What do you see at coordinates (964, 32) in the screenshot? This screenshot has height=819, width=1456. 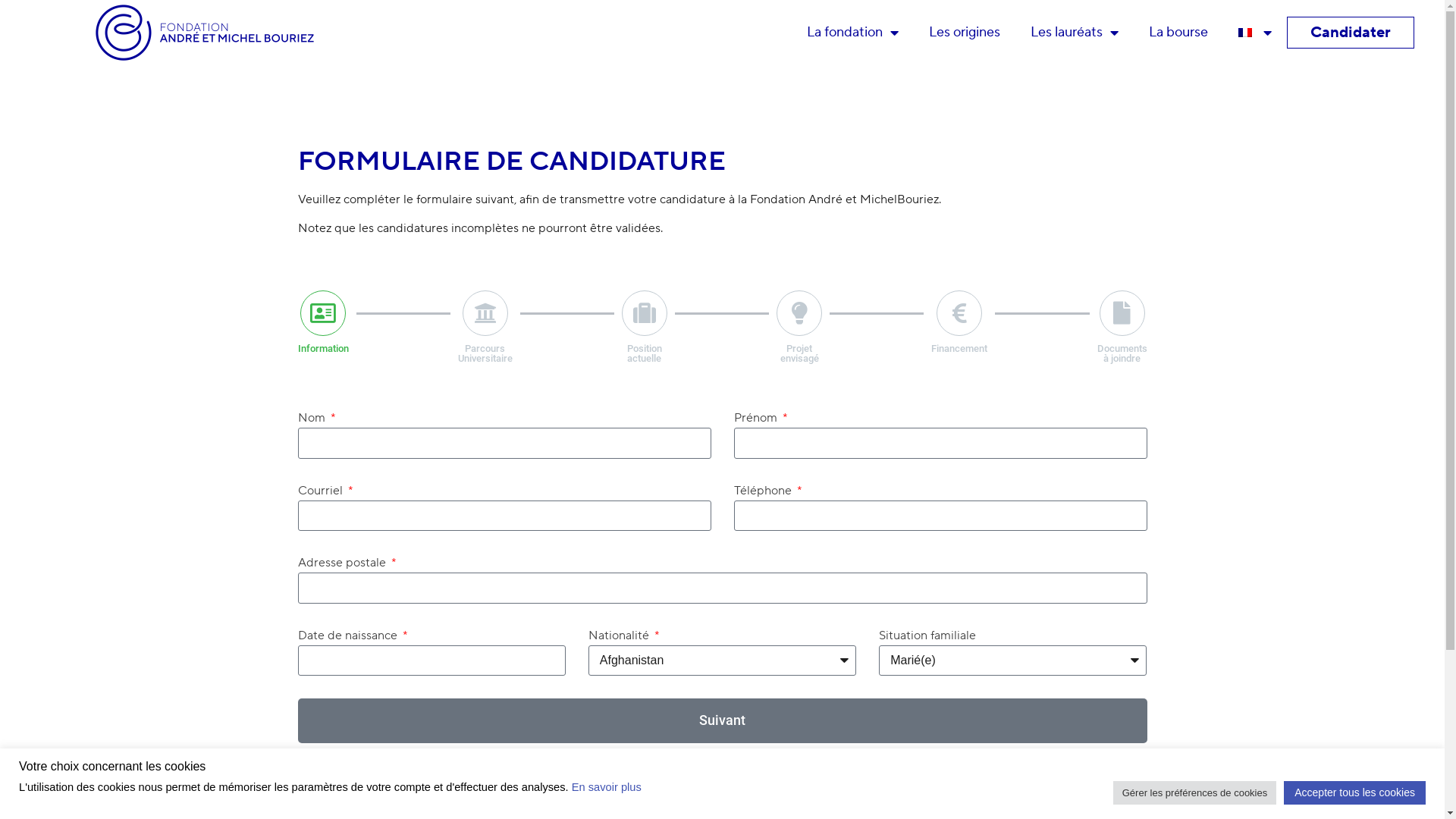 I see `'Les origines'` at bounding box center [964, 32].